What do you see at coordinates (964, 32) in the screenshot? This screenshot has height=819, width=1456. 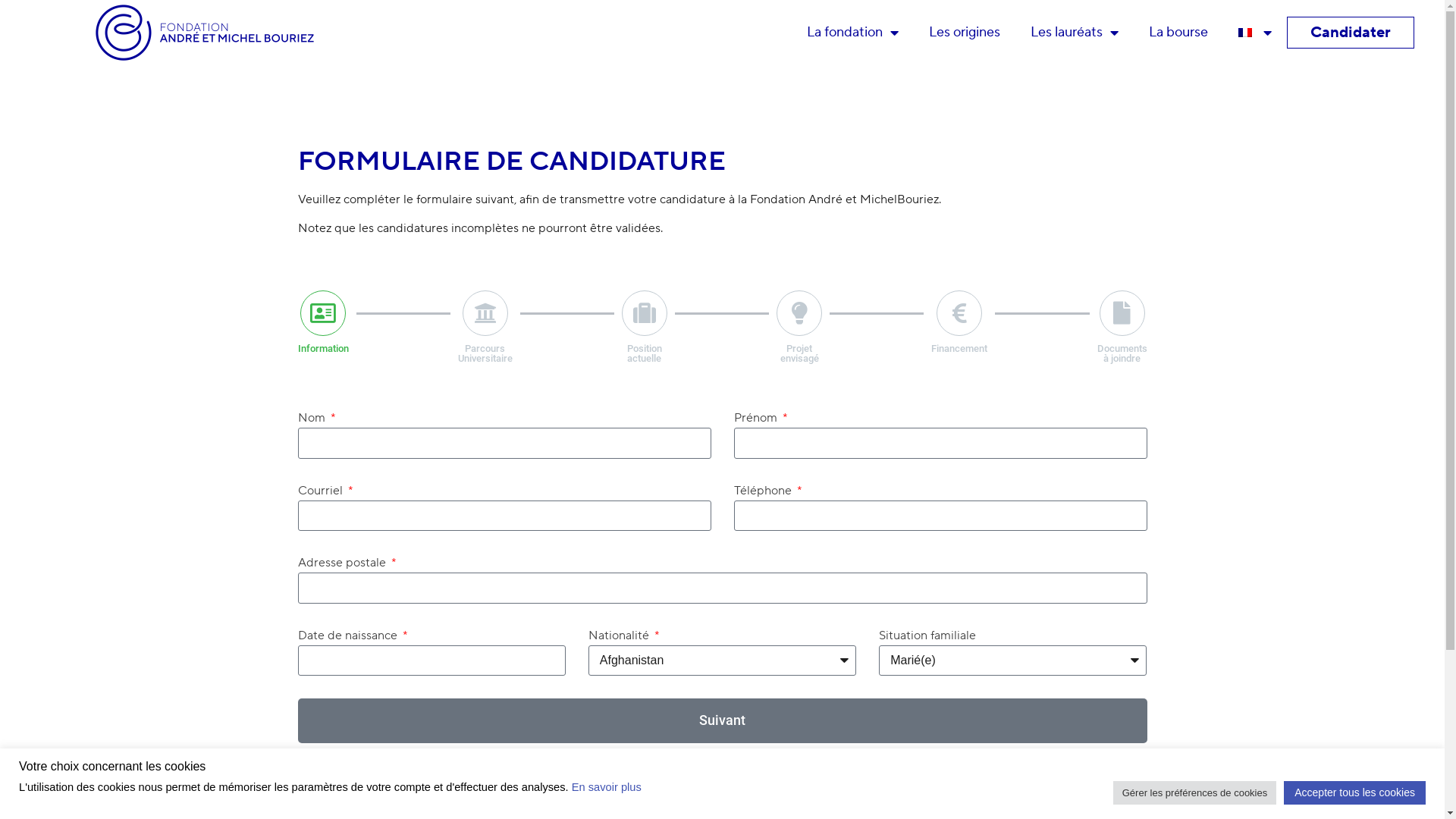 I see `'Les origines'` at bounding box center [964, 32].